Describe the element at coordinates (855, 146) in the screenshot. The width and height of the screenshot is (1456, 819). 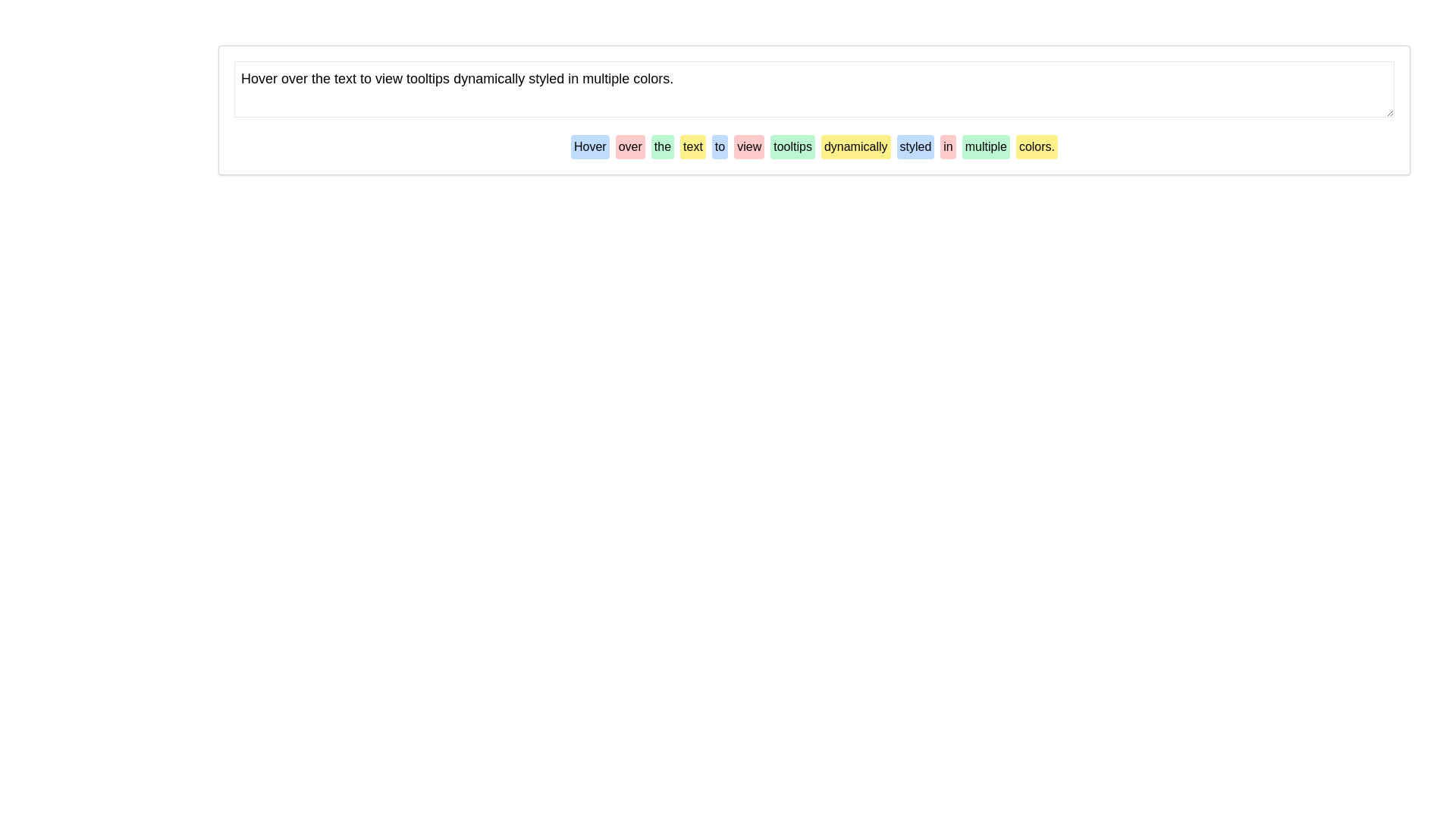
I see `the interactive tooltip trigger text label which displays 'Tooltip for dynamically' when hovered` at that location.